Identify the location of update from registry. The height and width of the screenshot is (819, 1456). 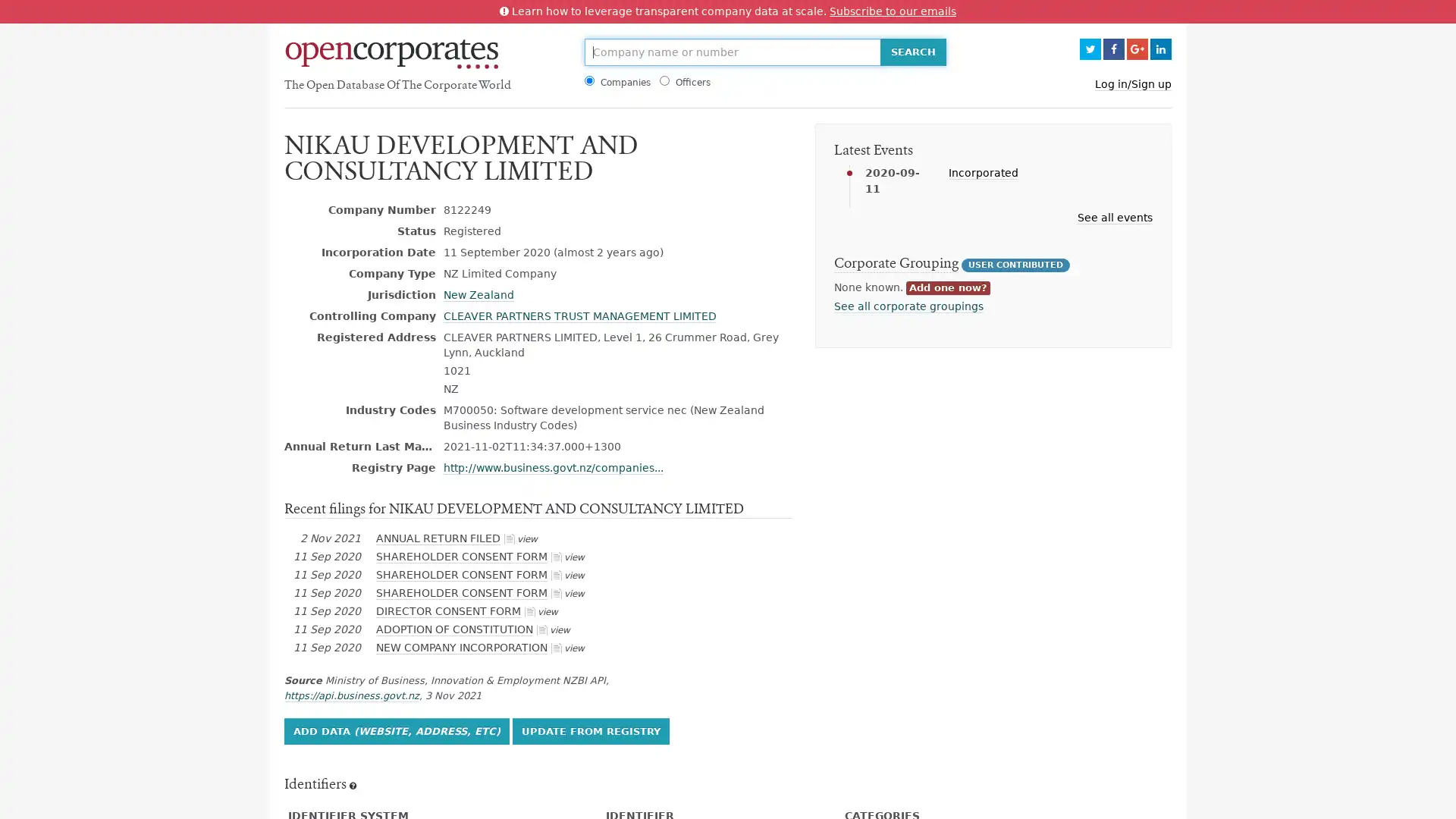
(589, 730).